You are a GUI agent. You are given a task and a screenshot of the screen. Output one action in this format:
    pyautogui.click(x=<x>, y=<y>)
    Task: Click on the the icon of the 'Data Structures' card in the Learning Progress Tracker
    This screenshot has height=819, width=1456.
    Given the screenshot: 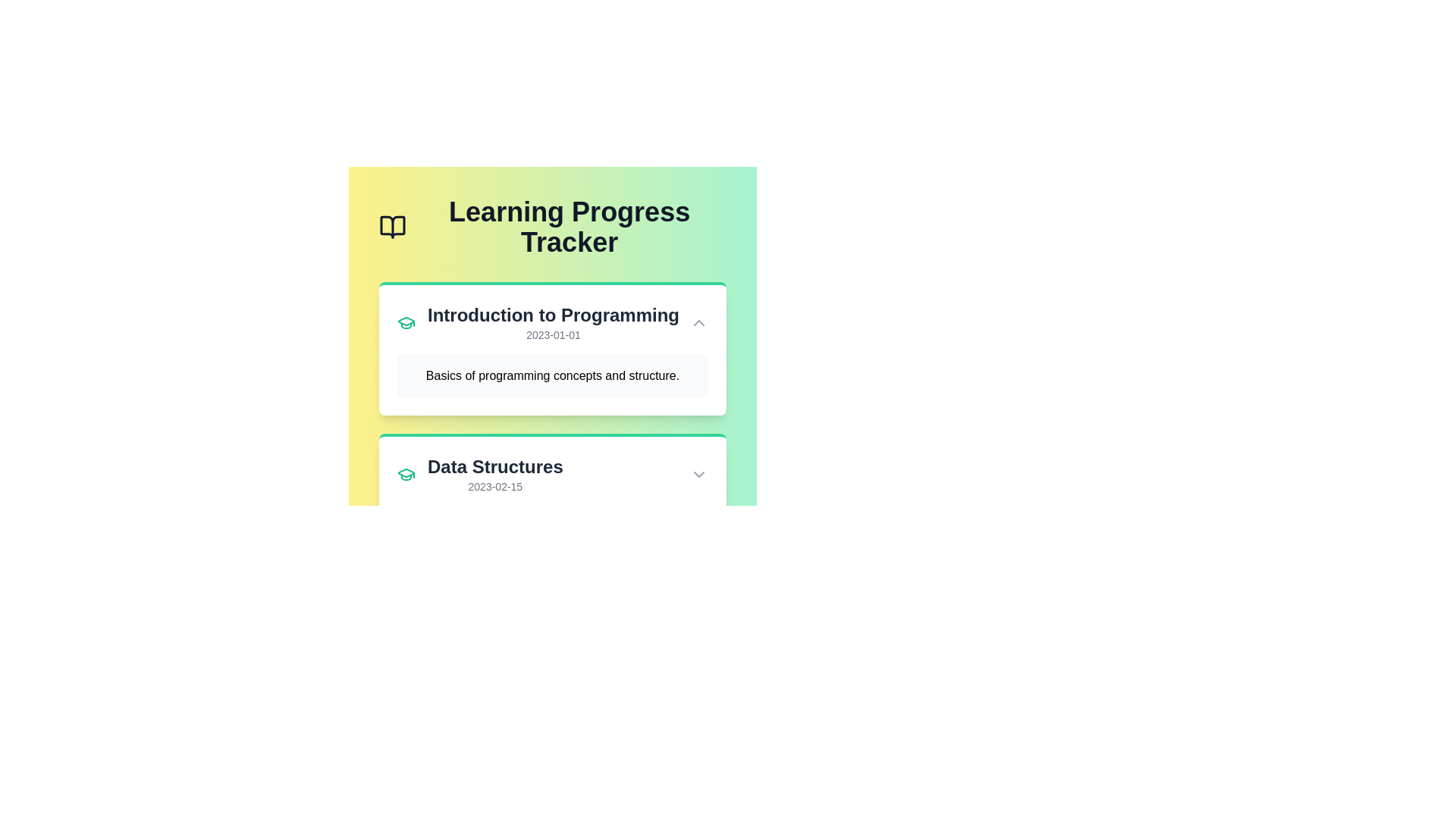 What is the action you would take?
    pyautogui.click(x=552, y=472)
    